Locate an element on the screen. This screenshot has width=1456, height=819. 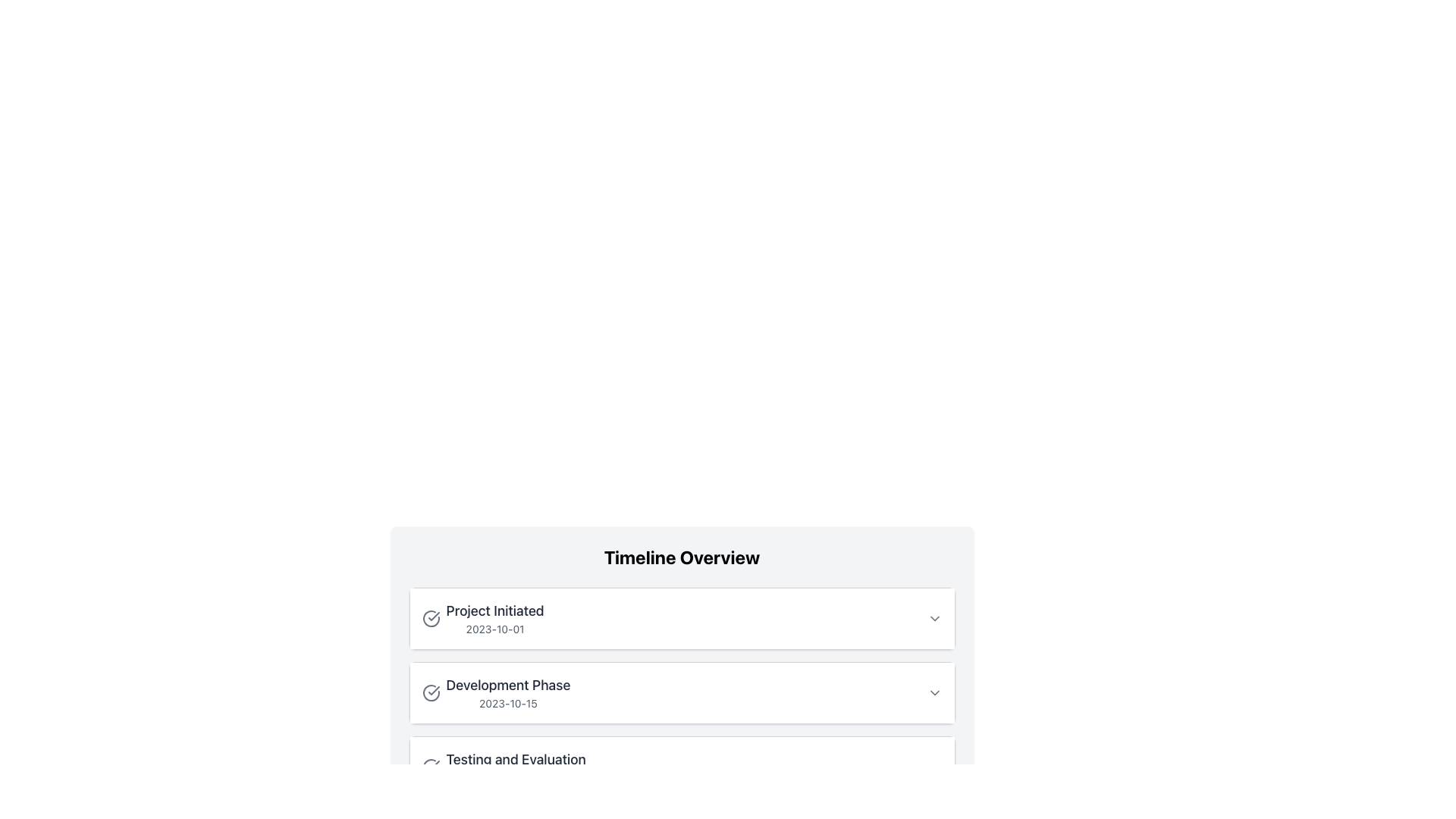
the 'Development Phase' milestone list item in the timeline overview is located at coordinates (496, 693).